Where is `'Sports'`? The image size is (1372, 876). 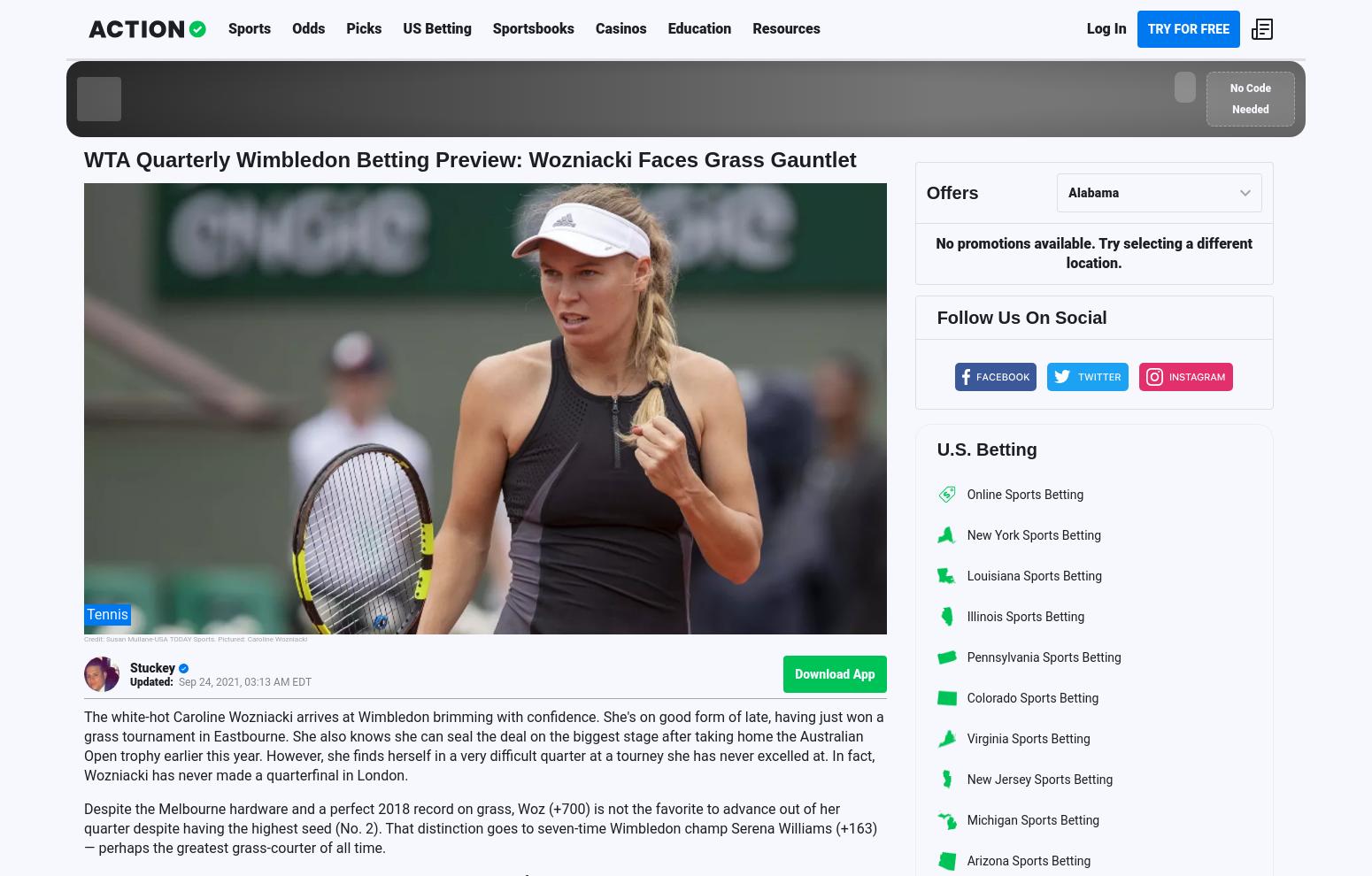 'Sports' is located at coordinates (249, 27).